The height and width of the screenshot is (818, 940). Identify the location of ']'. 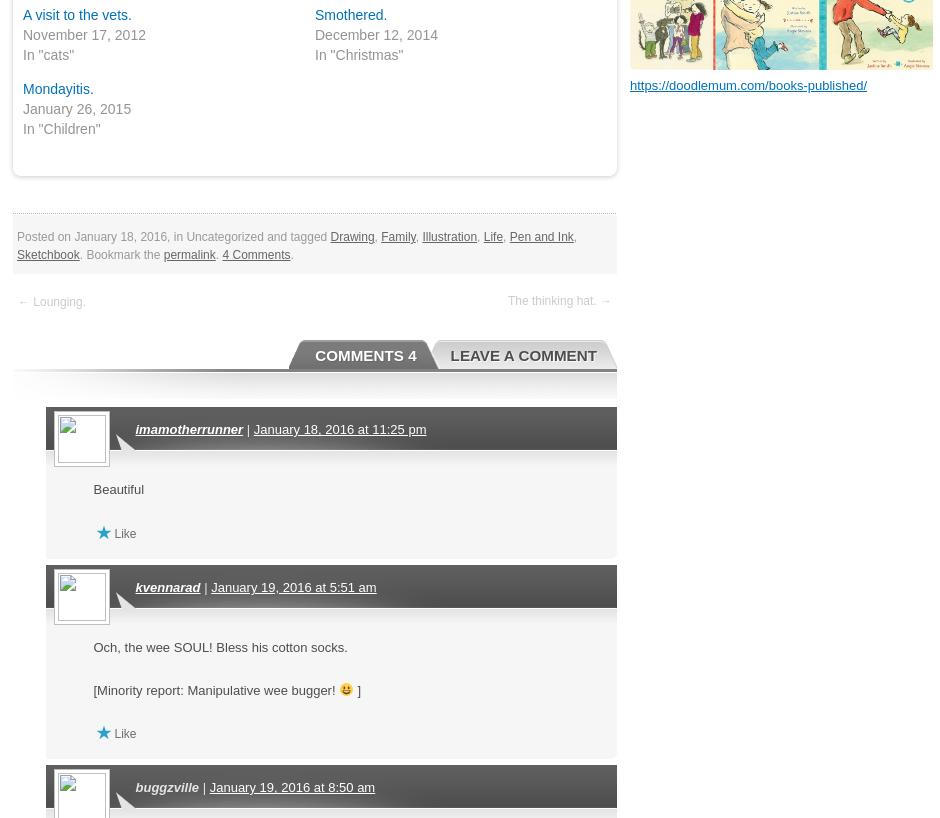
(356, 688).